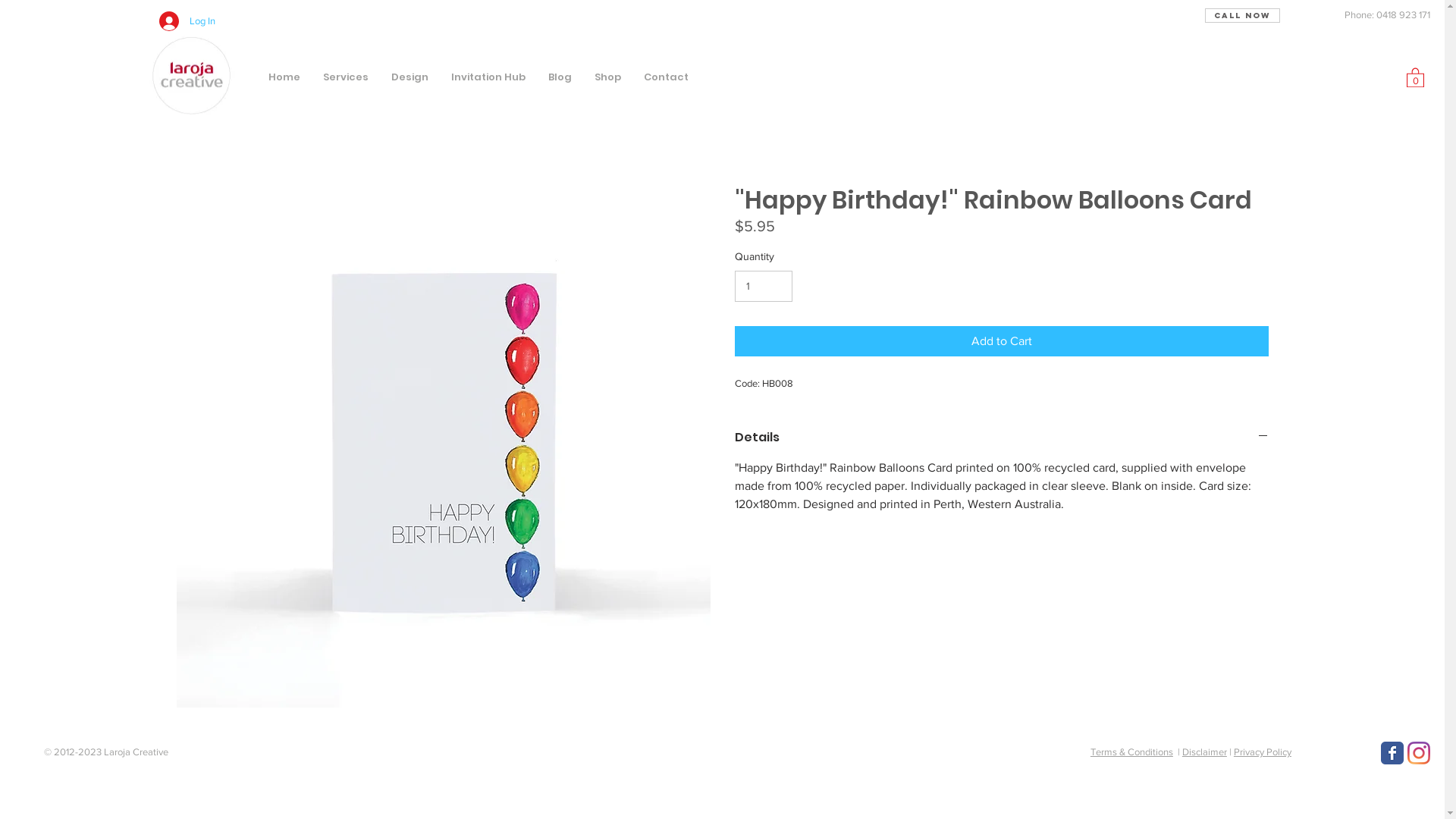 Image resolution: width=1456 pixels, height=819 pixels. I want to click on 'Invitation Hub', so click(439, 76).